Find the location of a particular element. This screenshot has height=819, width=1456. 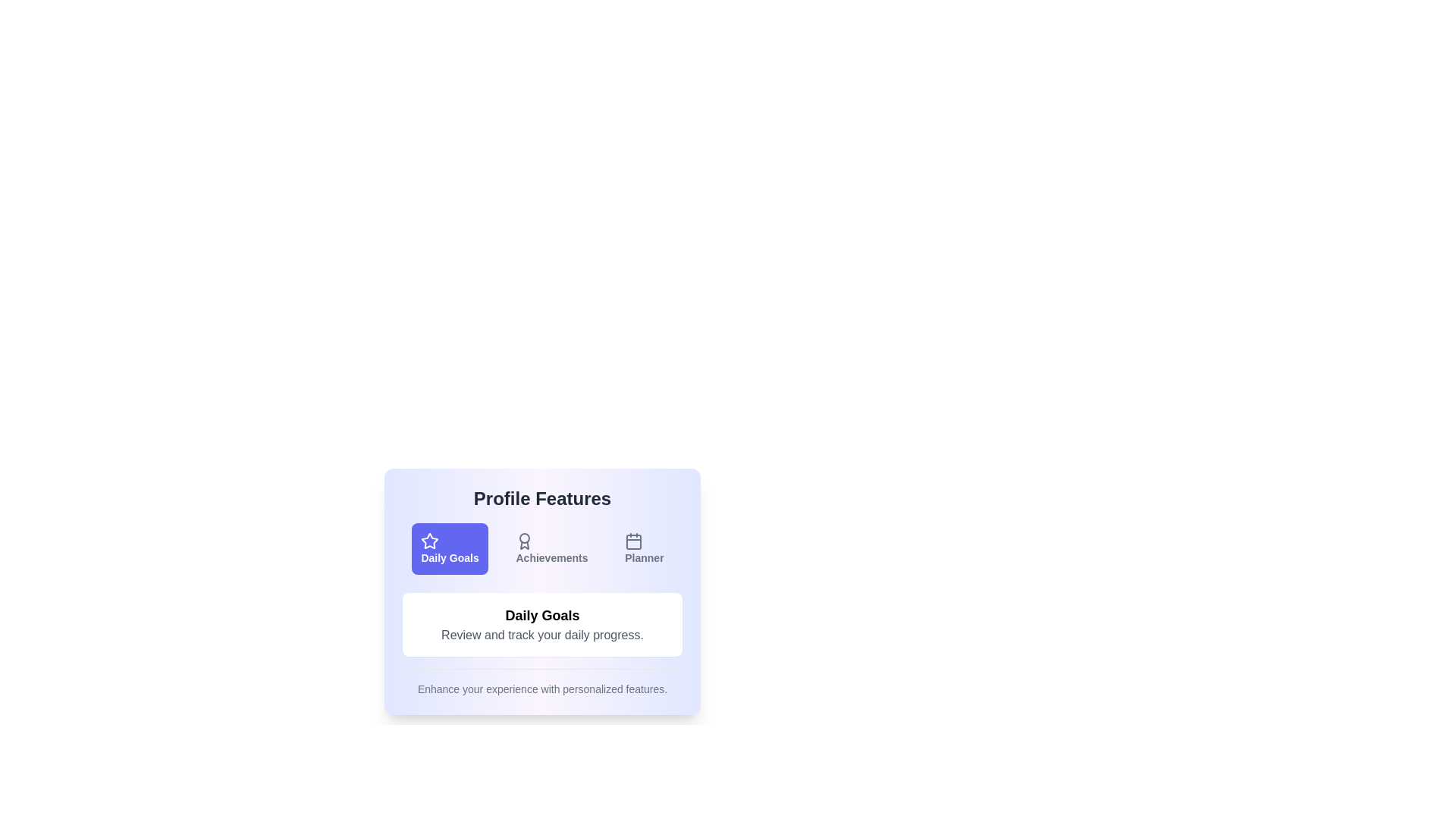

the text 'Daily Goals' for copying is located at coordinates (449, 549).